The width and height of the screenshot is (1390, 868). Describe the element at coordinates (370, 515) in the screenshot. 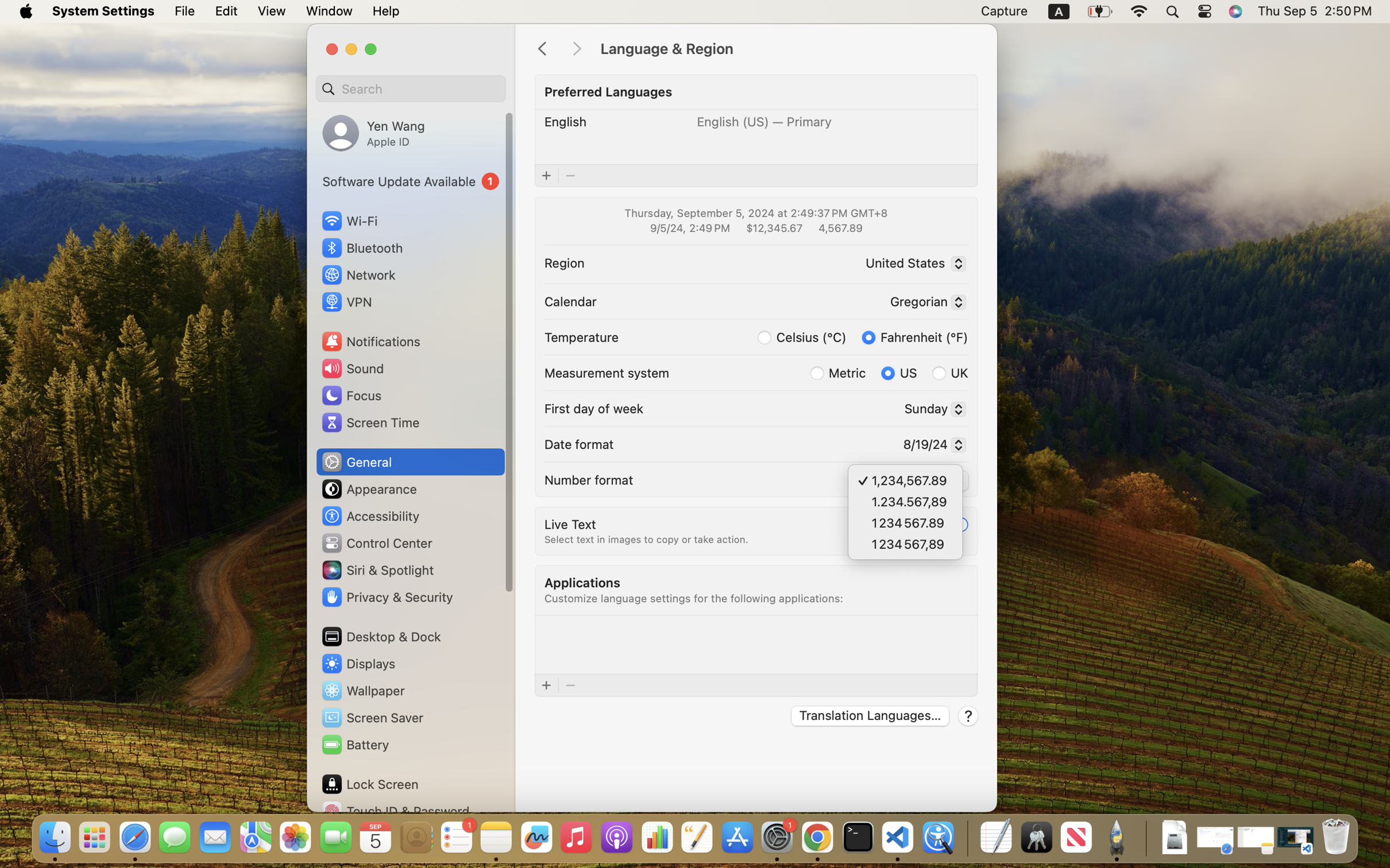

I see `'Accessibility'` at that location.